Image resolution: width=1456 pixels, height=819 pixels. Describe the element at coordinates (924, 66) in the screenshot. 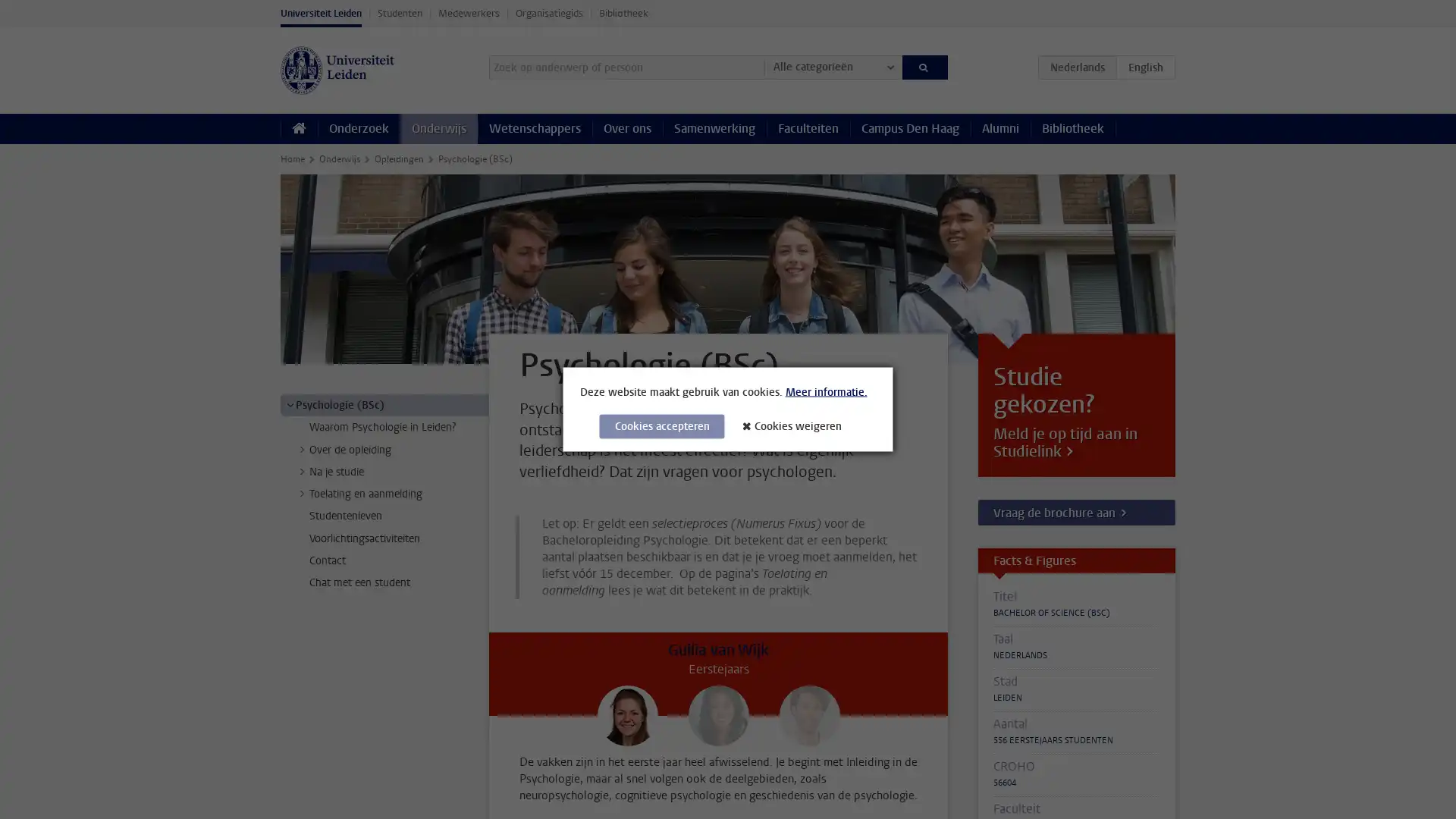

I see `Zoeken` at that location.